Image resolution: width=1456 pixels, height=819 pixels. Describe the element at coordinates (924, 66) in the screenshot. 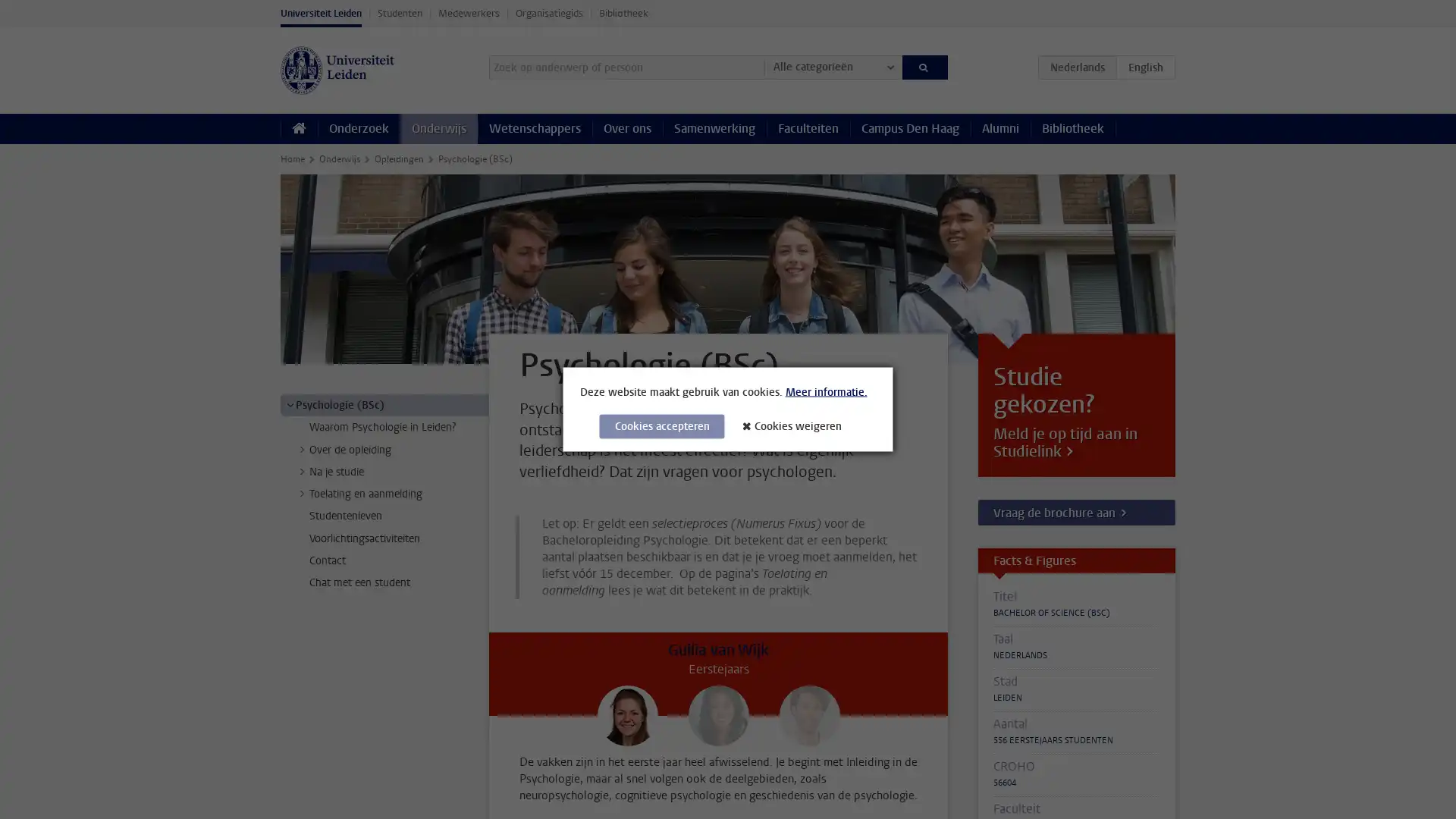

I see `Zoeken` at that location.